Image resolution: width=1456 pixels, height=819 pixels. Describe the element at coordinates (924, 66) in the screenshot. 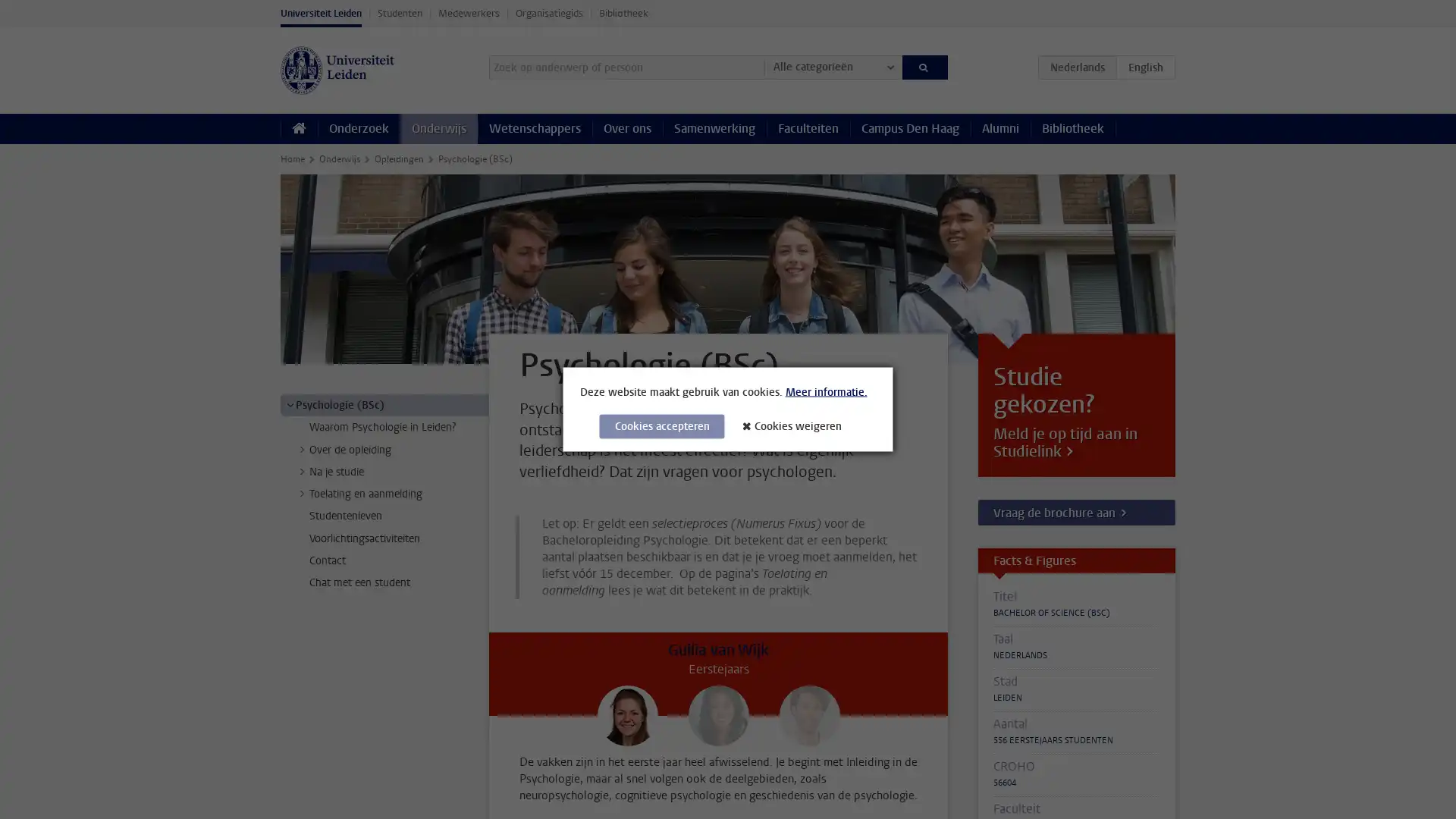

I see `Zoeken` at that location.